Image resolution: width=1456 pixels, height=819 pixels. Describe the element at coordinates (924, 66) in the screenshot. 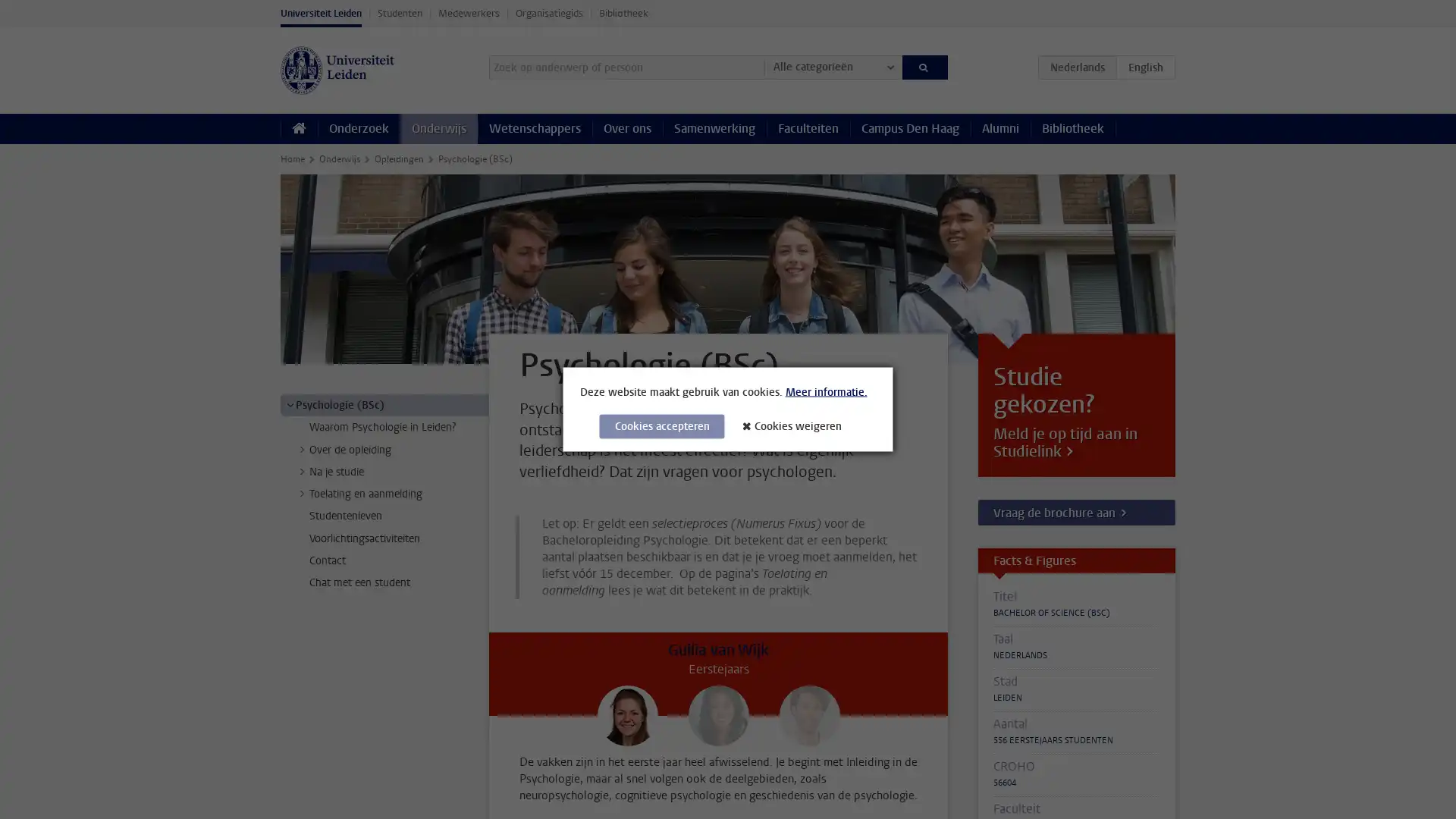

I see `Zoeken` at that location.